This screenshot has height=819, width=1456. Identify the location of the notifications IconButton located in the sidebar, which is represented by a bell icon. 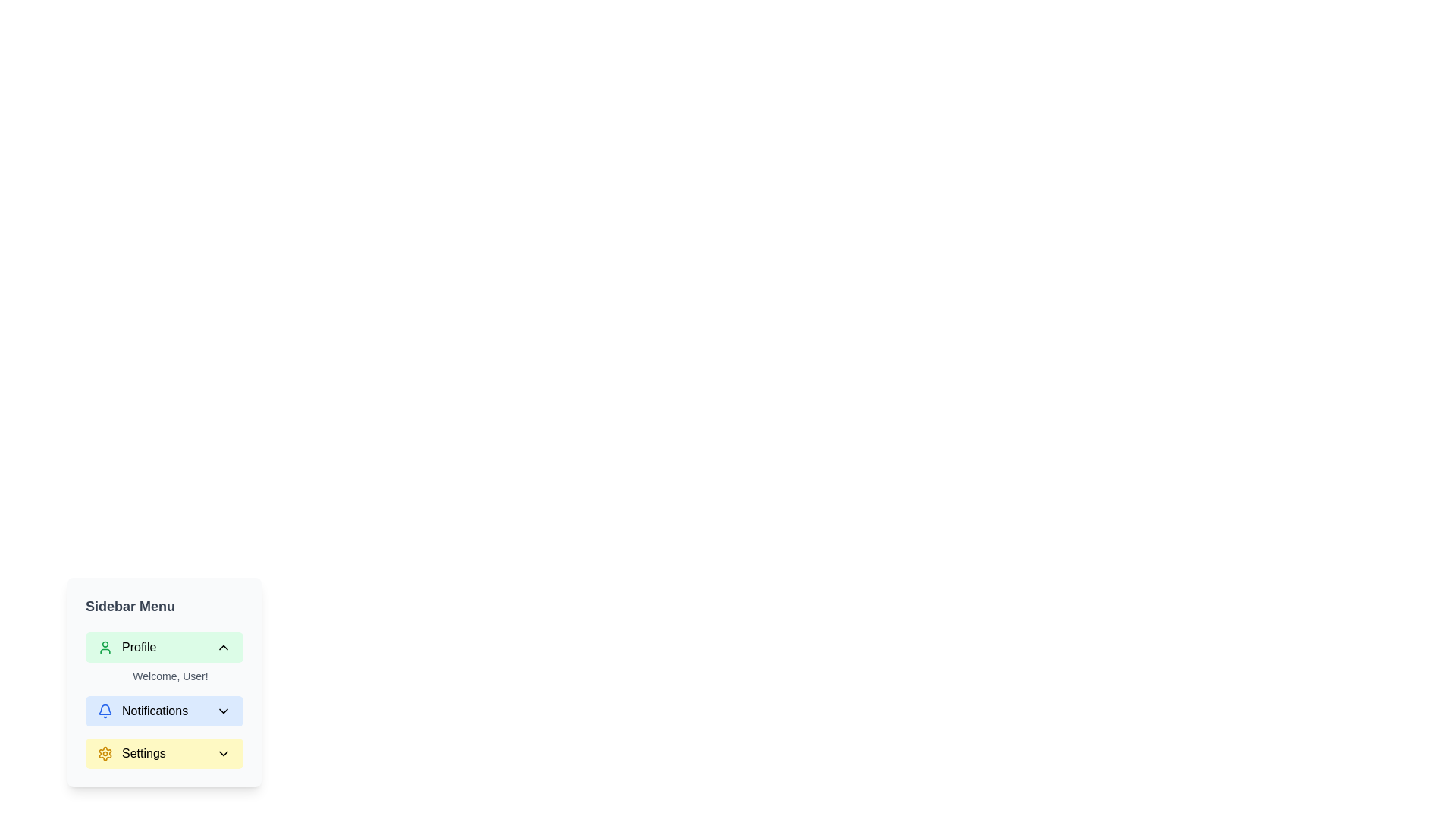
(105, 711).